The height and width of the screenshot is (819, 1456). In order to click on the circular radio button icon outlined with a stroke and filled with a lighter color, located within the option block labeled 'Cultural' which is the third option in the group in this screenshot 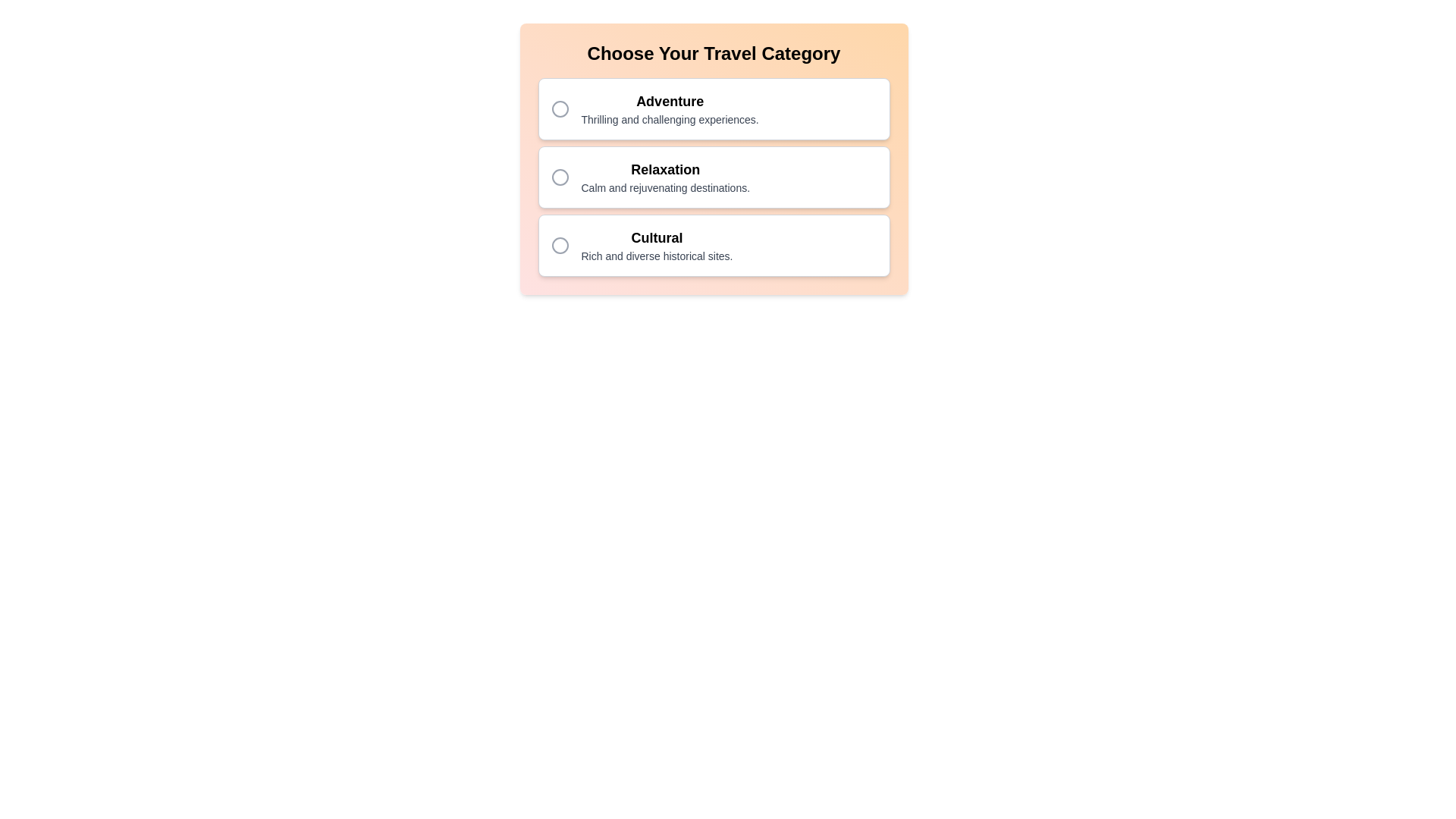, I will do `click(559, 245)`.